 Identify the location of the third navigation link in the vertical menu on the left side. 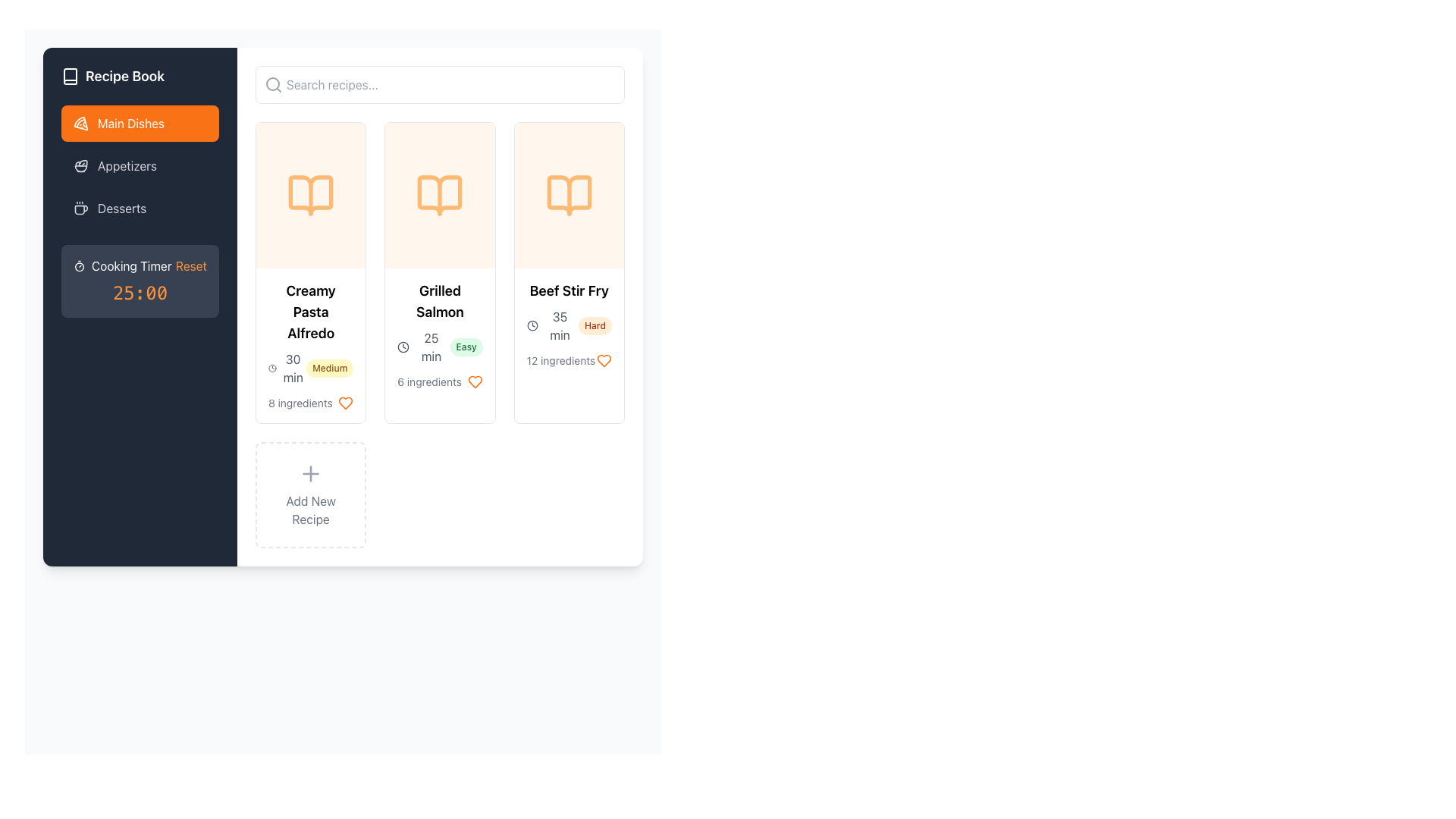
(140, 208).